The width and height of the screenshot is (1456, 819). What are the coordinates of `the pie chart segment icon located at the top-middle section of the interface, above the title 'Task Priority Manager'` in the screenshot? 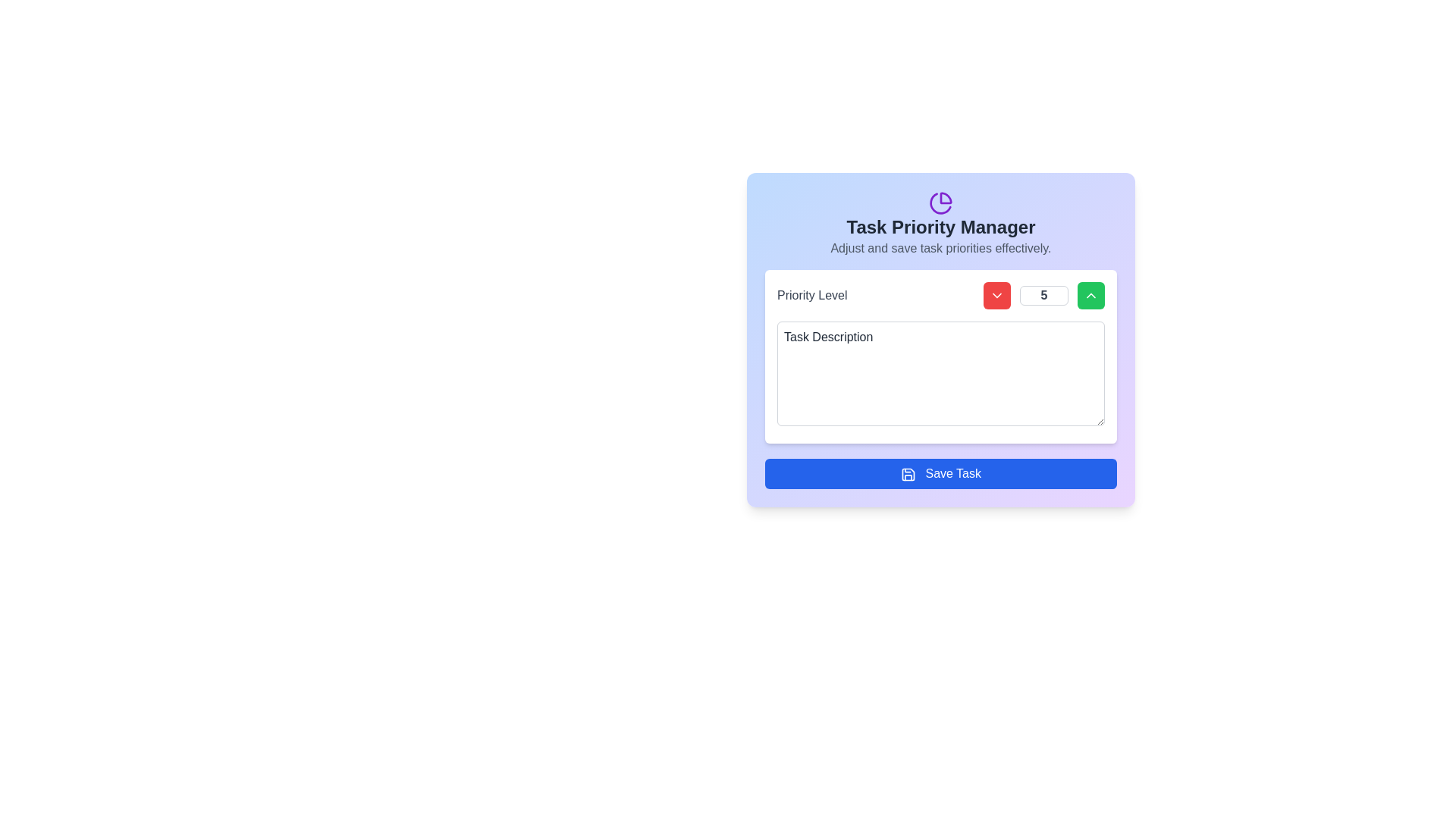 It's located at (945, 197).